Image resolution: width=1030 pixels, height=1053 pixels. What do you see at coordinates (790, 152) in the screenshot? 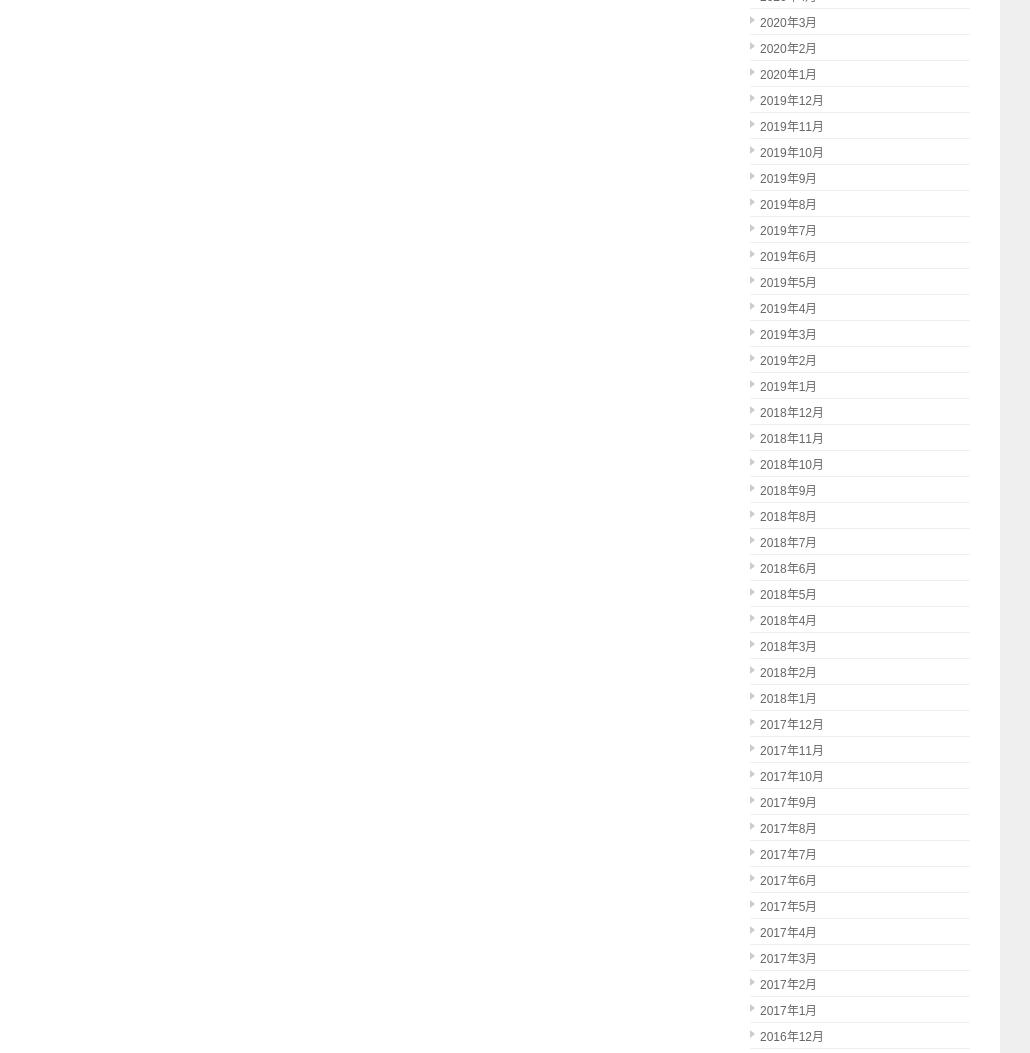
I see `'2019年10月'` at bounding box center [790, 152].